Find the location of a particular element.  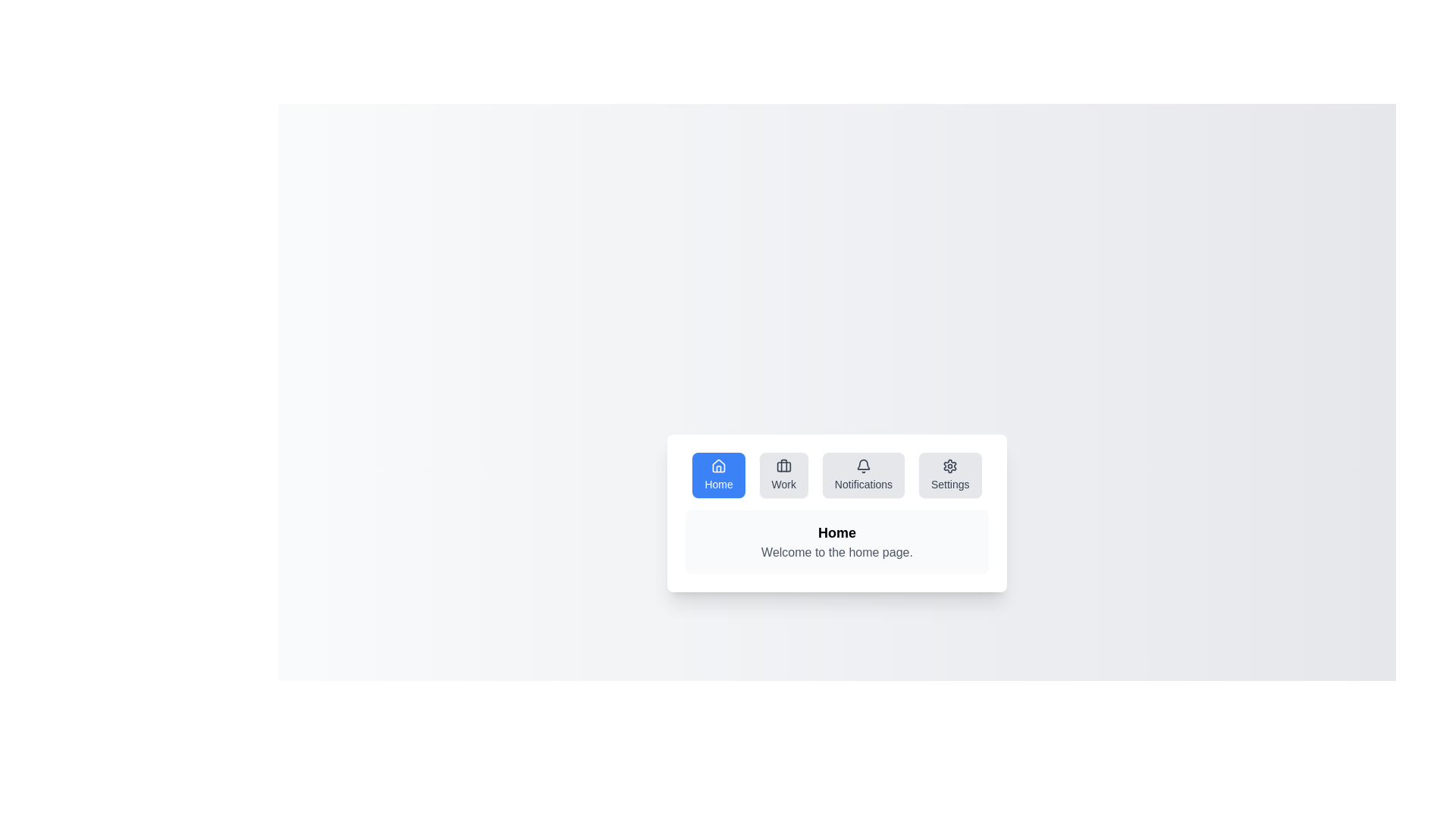

'Notifications' text label that is centrally positioned beneath the bell icon in the third button of the tabbed navigation bar to understand the button's purpose is located at coordinates (863, 485).